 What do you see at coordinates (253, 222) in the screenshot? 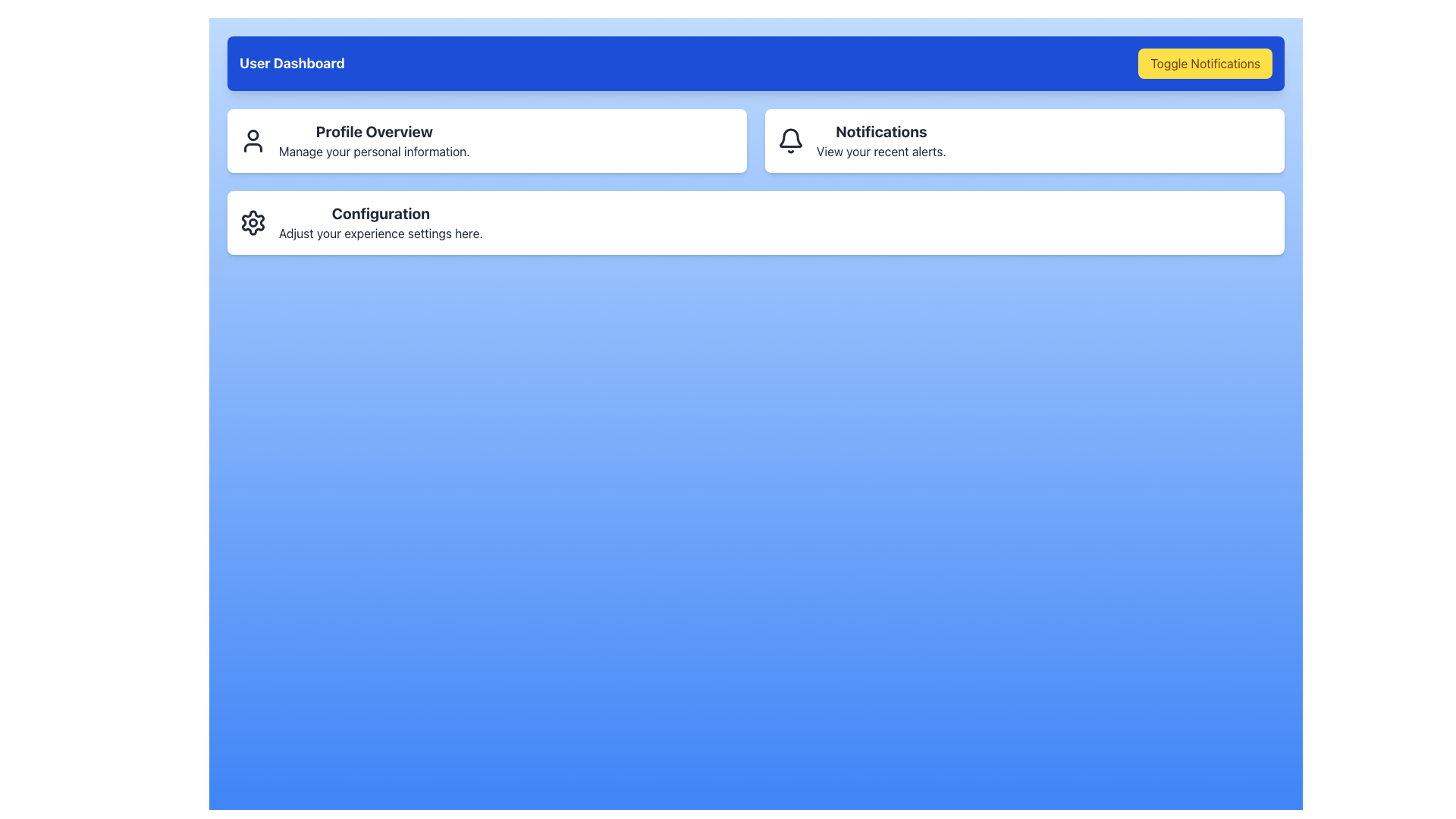
I see `the configuration icon located directly to the left of the 'Configuration' text` at bounding box center [253, 222].